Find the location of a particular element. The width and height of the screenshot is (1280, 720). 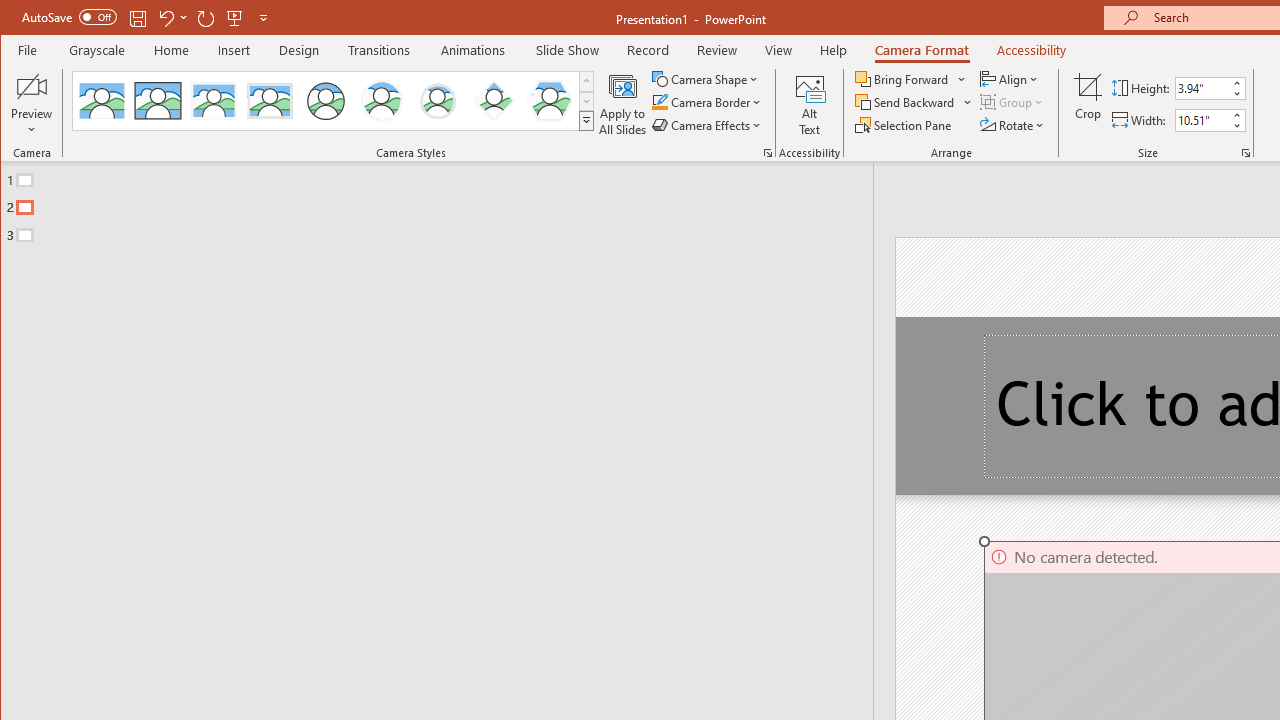

'Simple Frame Circle' is located at coordinates (326, 100).